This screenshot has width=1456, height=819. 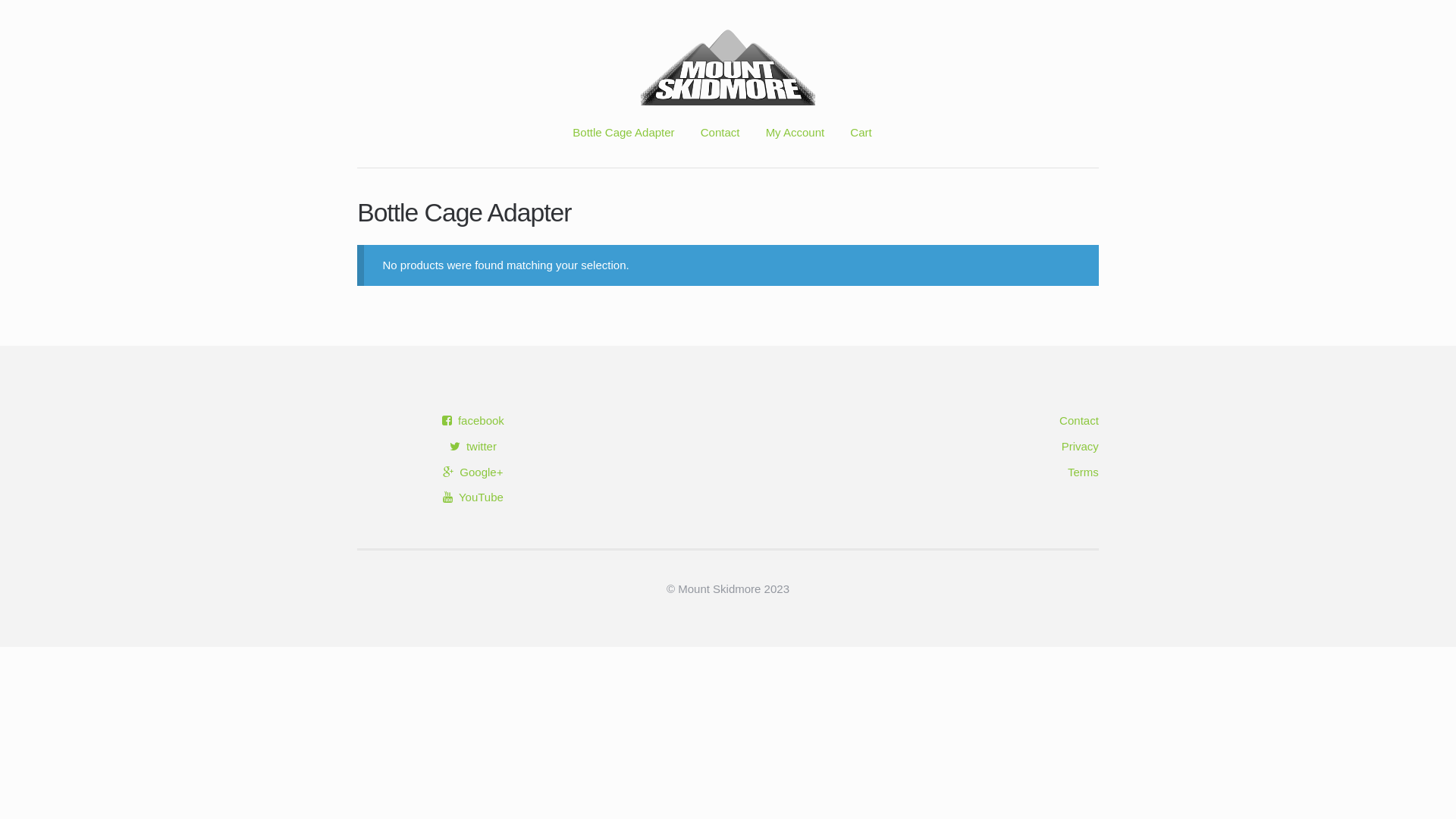 What do you see at coordinates (688, 146) in the screenshot?
I see `'Contact'` at bounding box center [688, 146].